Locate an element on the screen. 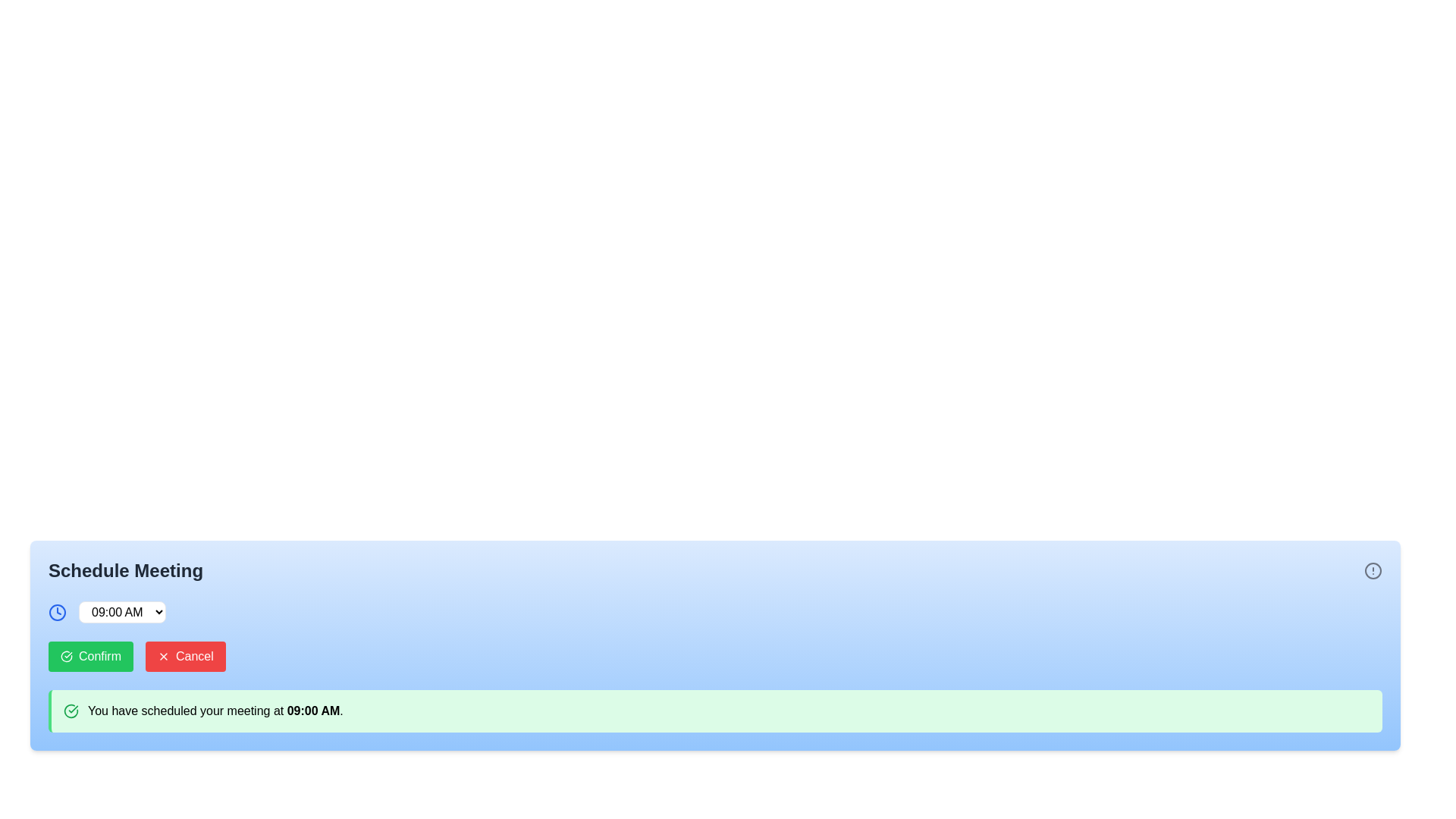 This screenshot has width=1456, height=819. the clock icon, which is a circular blue icon with hour and minute hands, located at the leftmost position of a horizontal group of elements is located at coordinates (58, 611).